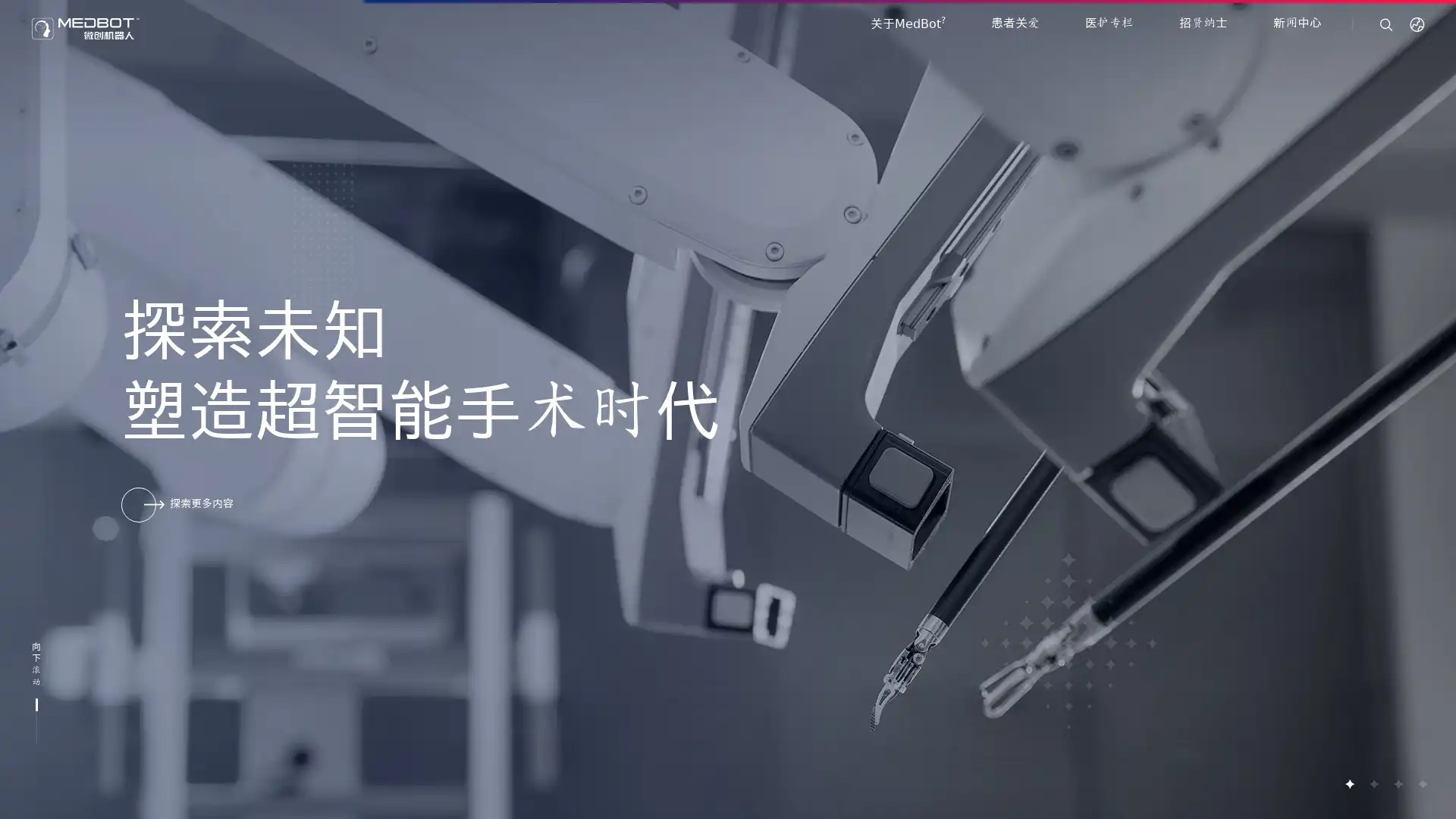  What do you see at coordinates (1397, 783) in the screenshot?
I see `Go to slide 3` at bounding box center [1397, 783].